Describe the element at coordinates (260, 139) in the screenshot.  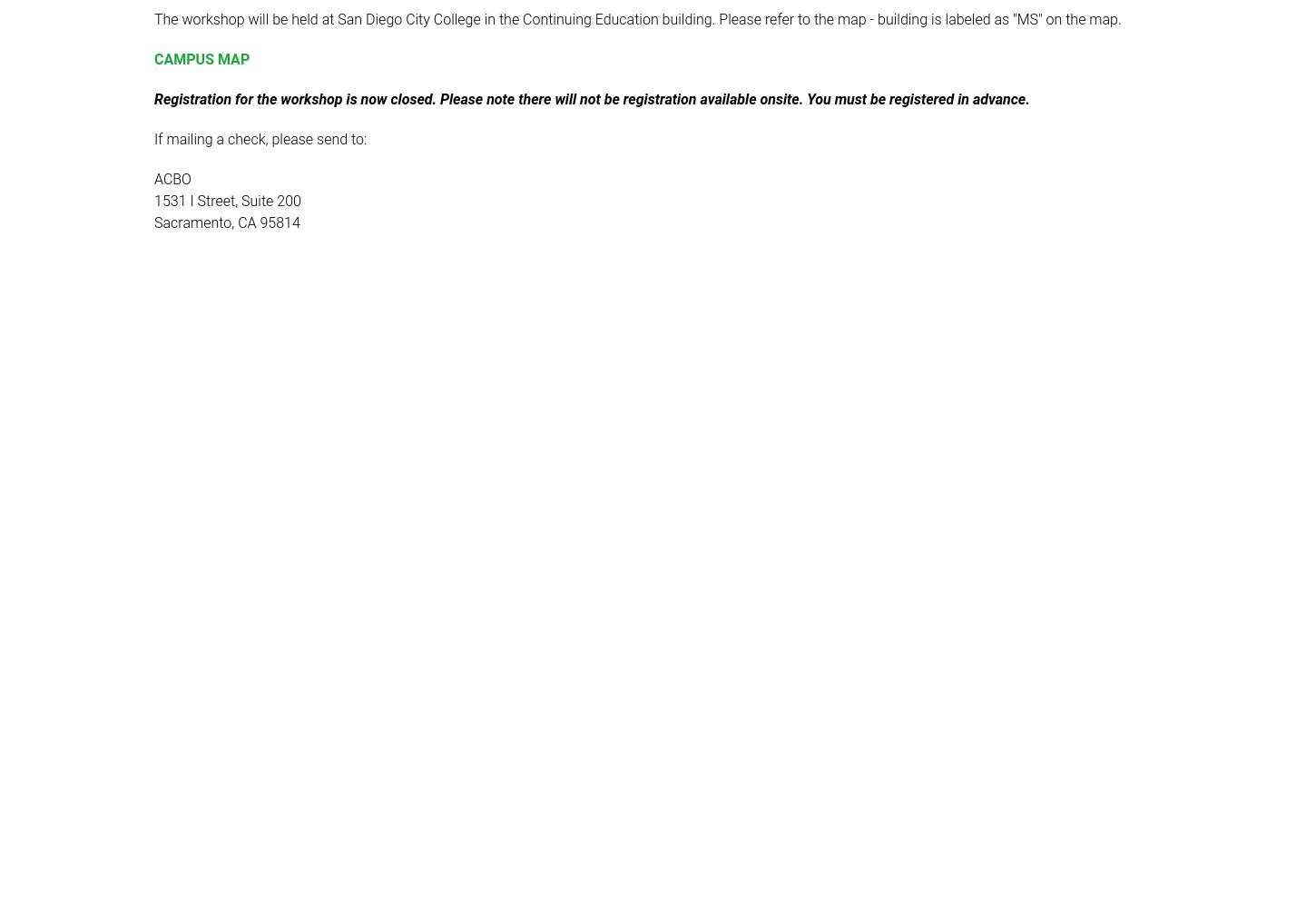
I see `'If mailing a check, please send to:'` at that location.